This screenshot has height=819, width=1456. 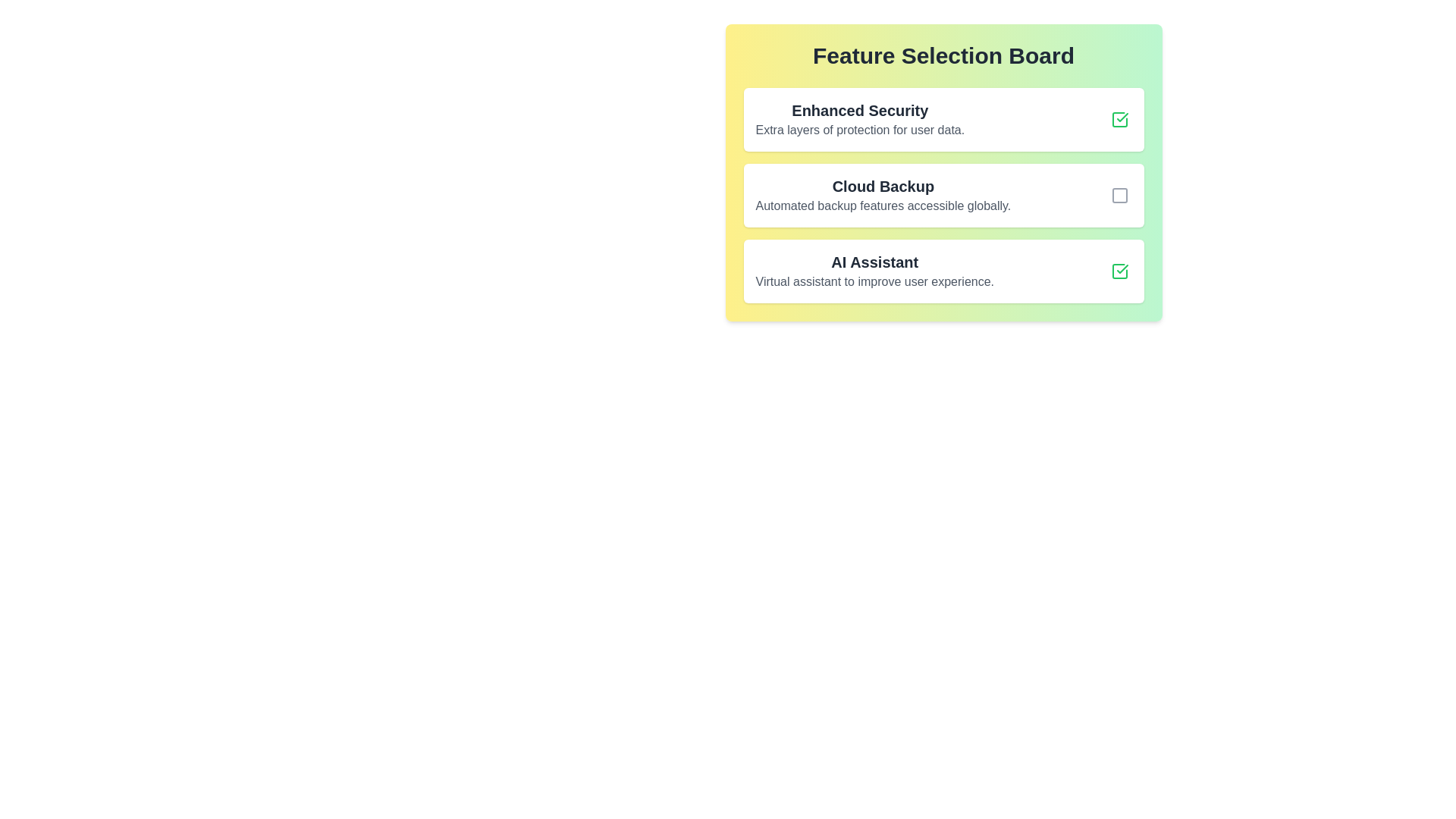 What do you see at coordinates (860, 130) in the screenshot?
I see `subtitle text located below the 'Enhanced Security' heading in the 'Feature Selection Board'` at bounding box center [860, 130].